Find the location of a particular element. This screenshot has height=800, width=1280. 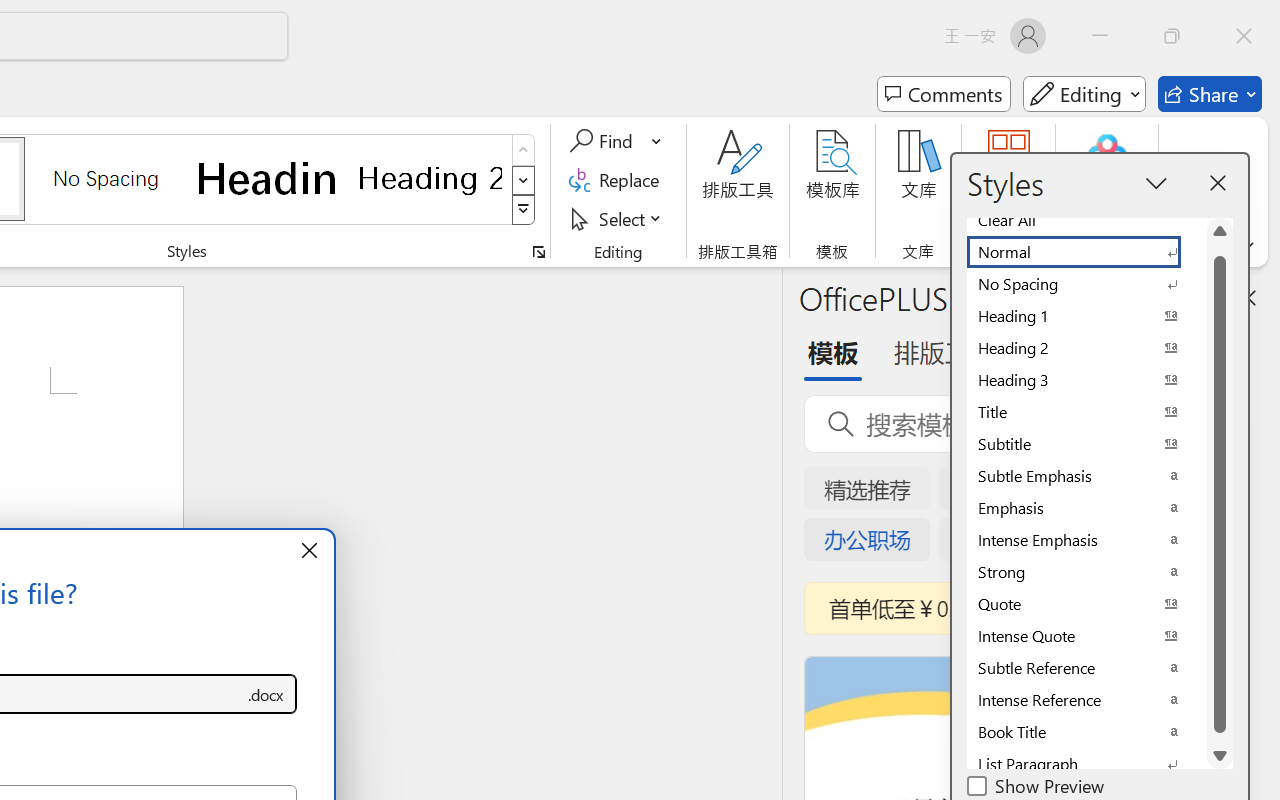

'Title' is located at coordinates (1085, 412).